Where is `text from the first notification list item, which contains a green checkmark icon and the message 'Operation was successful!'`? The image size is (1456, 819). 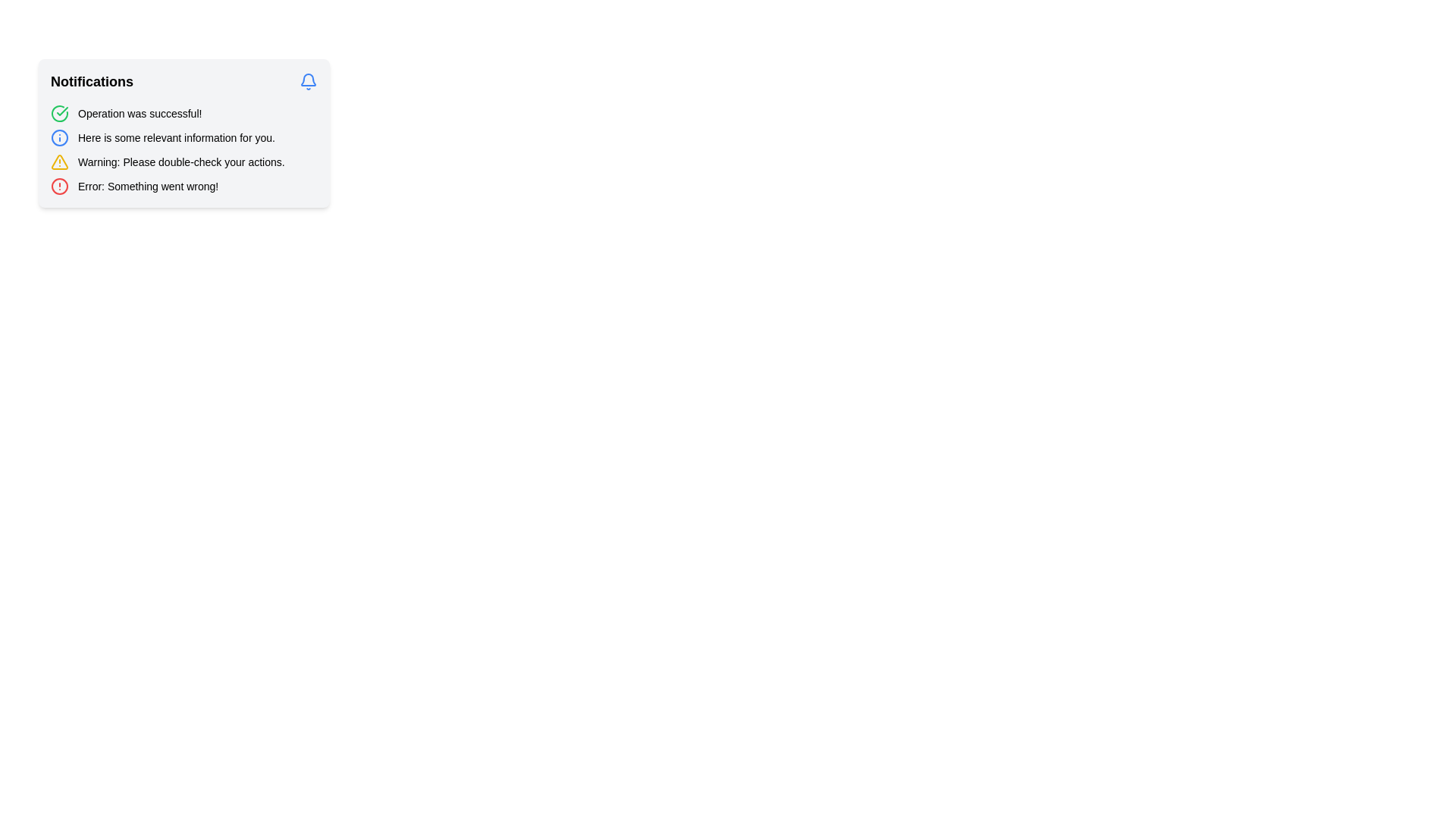
text from the first notification list item, which contains a green checkmark icon and the message 'Operation was successful!' is located at coordinates (184, 113).